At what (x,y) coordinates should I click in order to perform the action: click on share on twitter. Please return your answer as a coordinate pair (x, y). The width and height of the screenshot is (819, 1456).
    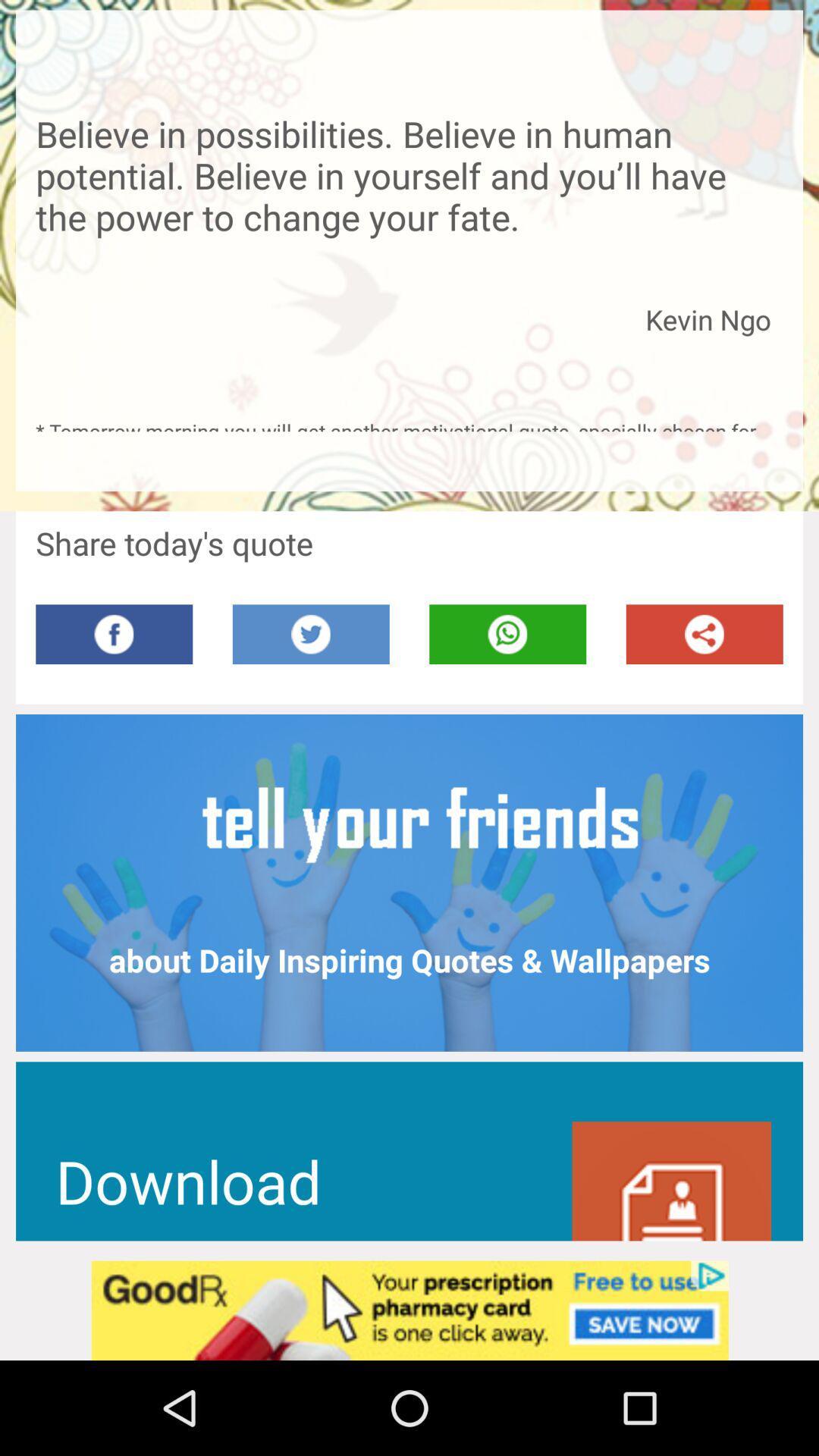
    Looking at the image, I should click on (310, 634).